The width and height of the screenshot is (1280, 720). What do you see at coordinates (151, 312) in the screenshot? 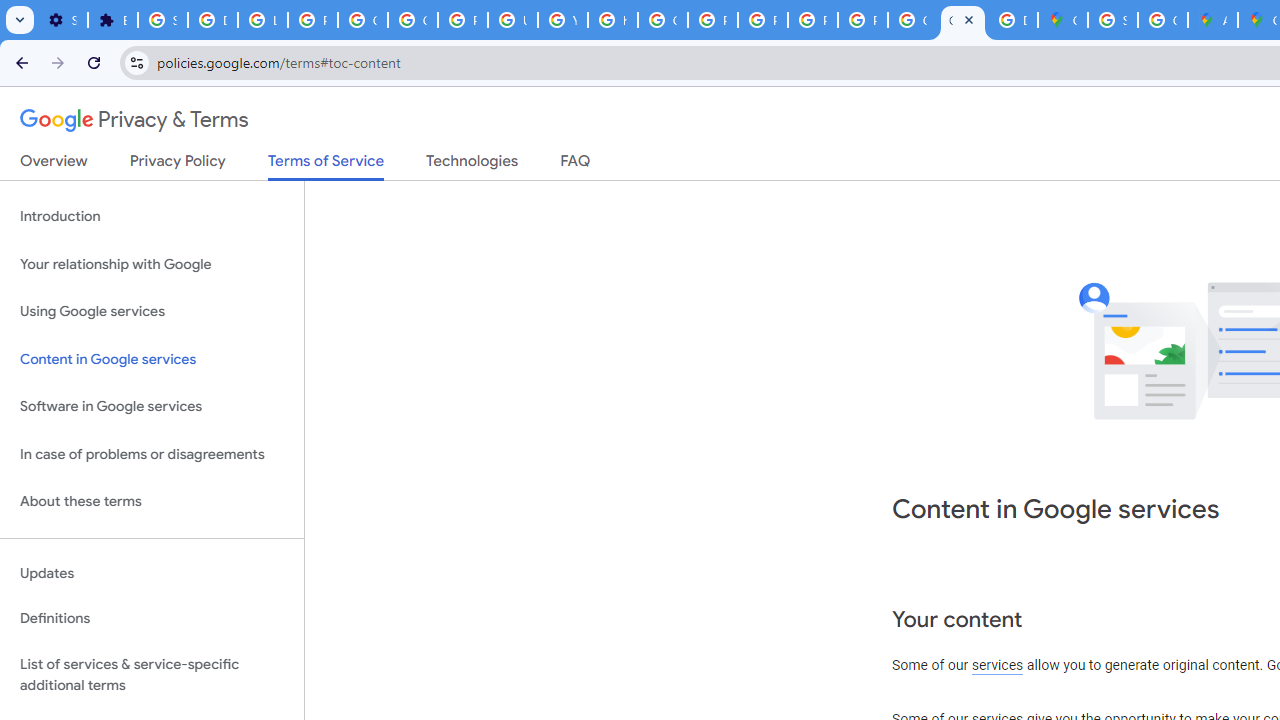
I see `'Using Google services'` at bounding box center [151, 312].